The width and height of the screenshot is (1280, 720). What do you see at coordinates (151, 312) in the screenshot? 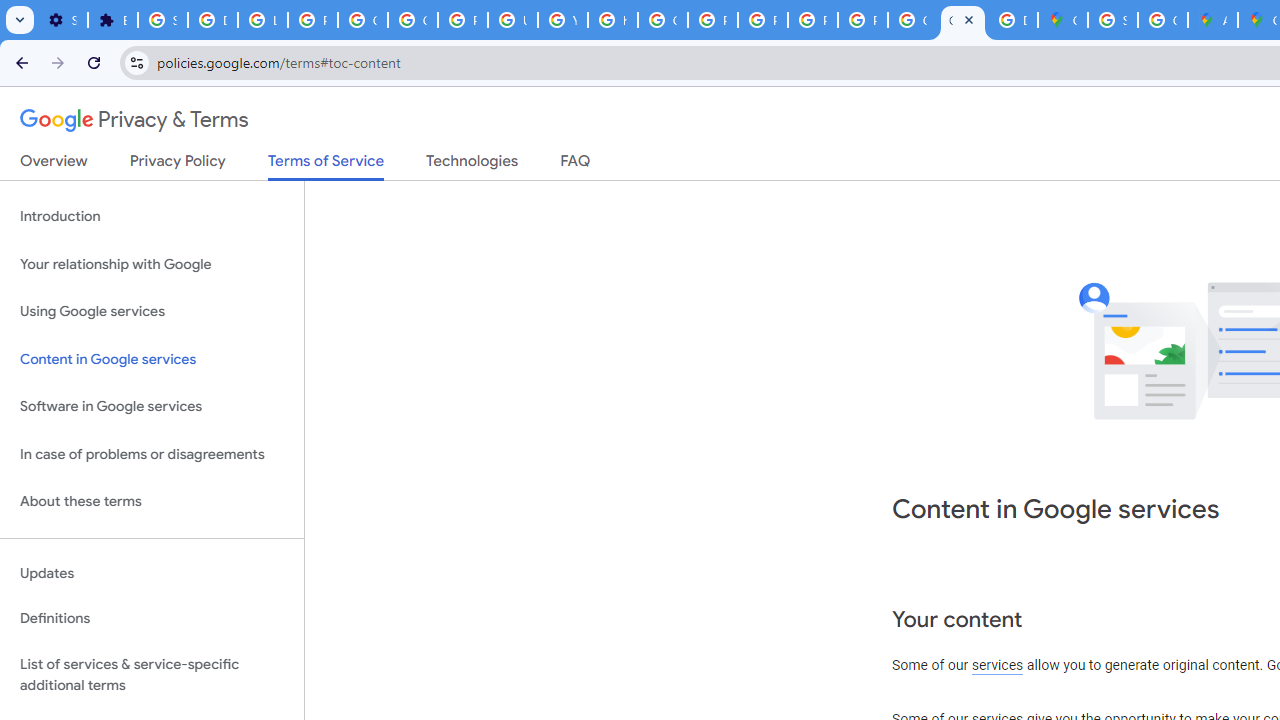
I see `'Using Google services'` at bounding box center [151, 312].